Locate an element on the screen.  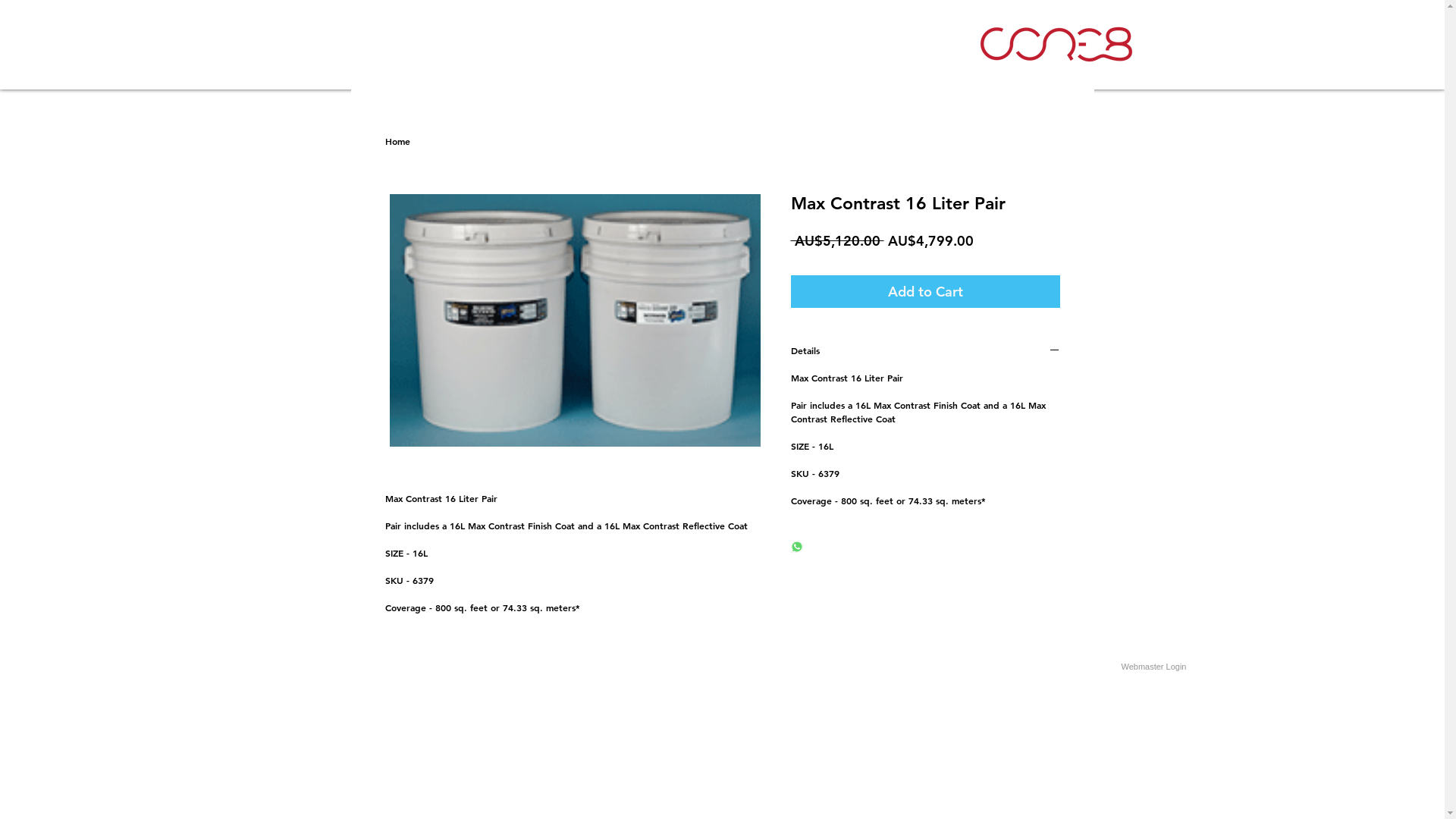
'Webmaster Login' is located at coordinates (1153, 666).